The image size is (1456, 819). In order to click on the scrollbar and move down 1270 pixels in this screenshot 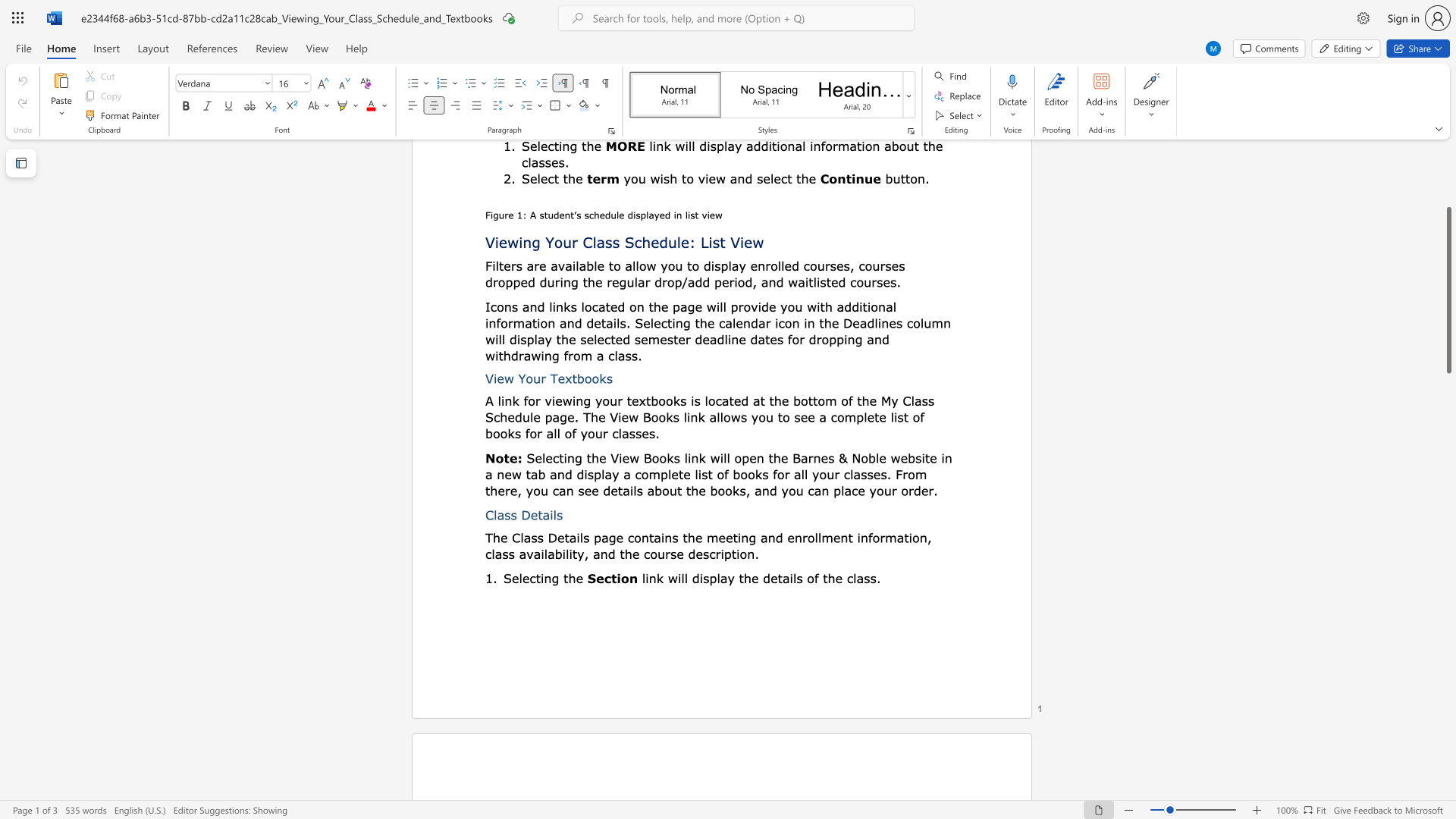, I will do `click(1448, 290)`.